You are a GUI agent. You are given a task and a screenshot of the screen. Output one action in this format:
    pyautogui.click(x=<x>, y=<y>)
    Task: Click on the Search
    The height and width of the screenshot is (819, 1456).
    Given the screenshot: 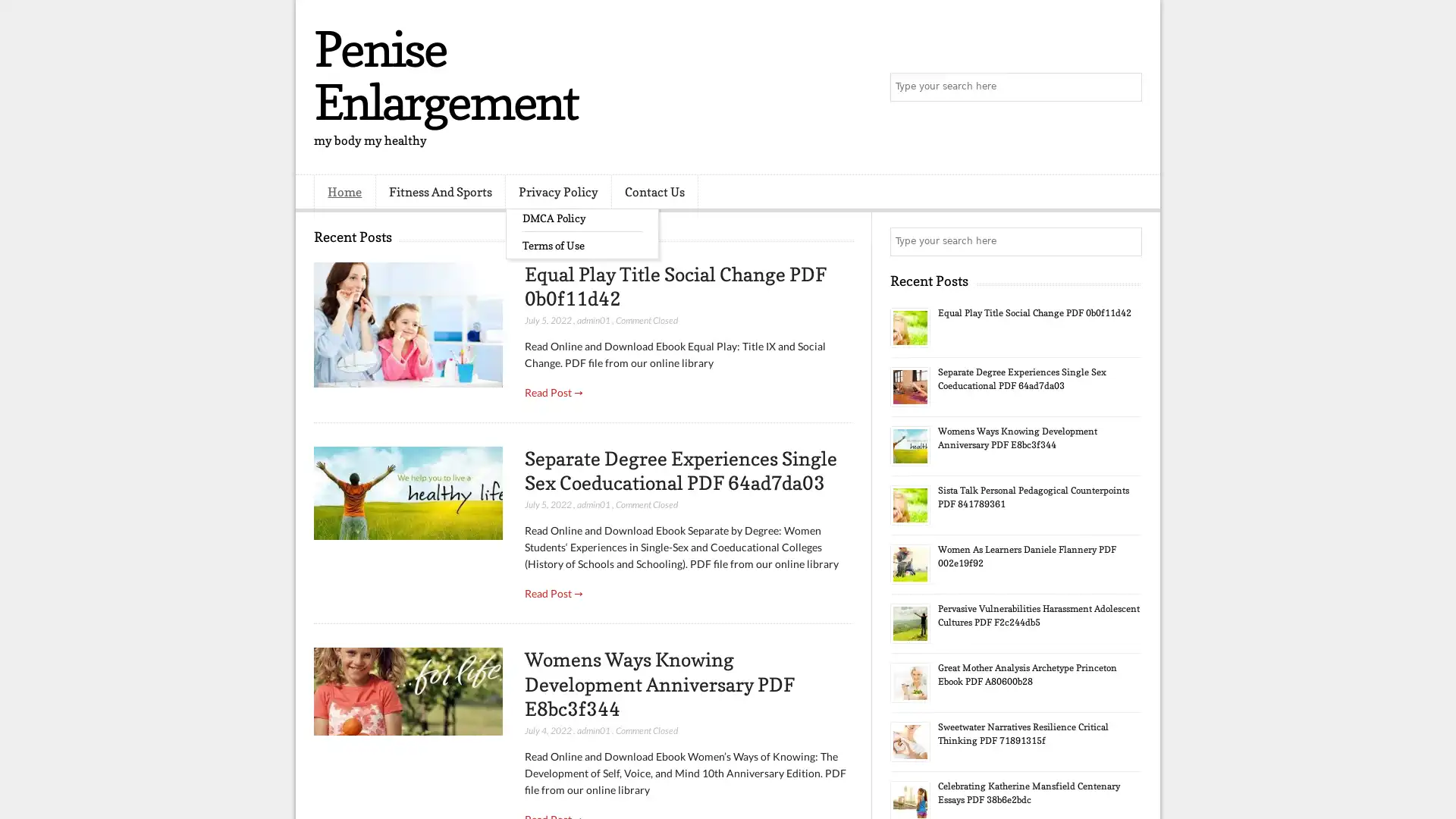 What is the action you would take?
    pyautogui.click(x=1126, y=241)
    